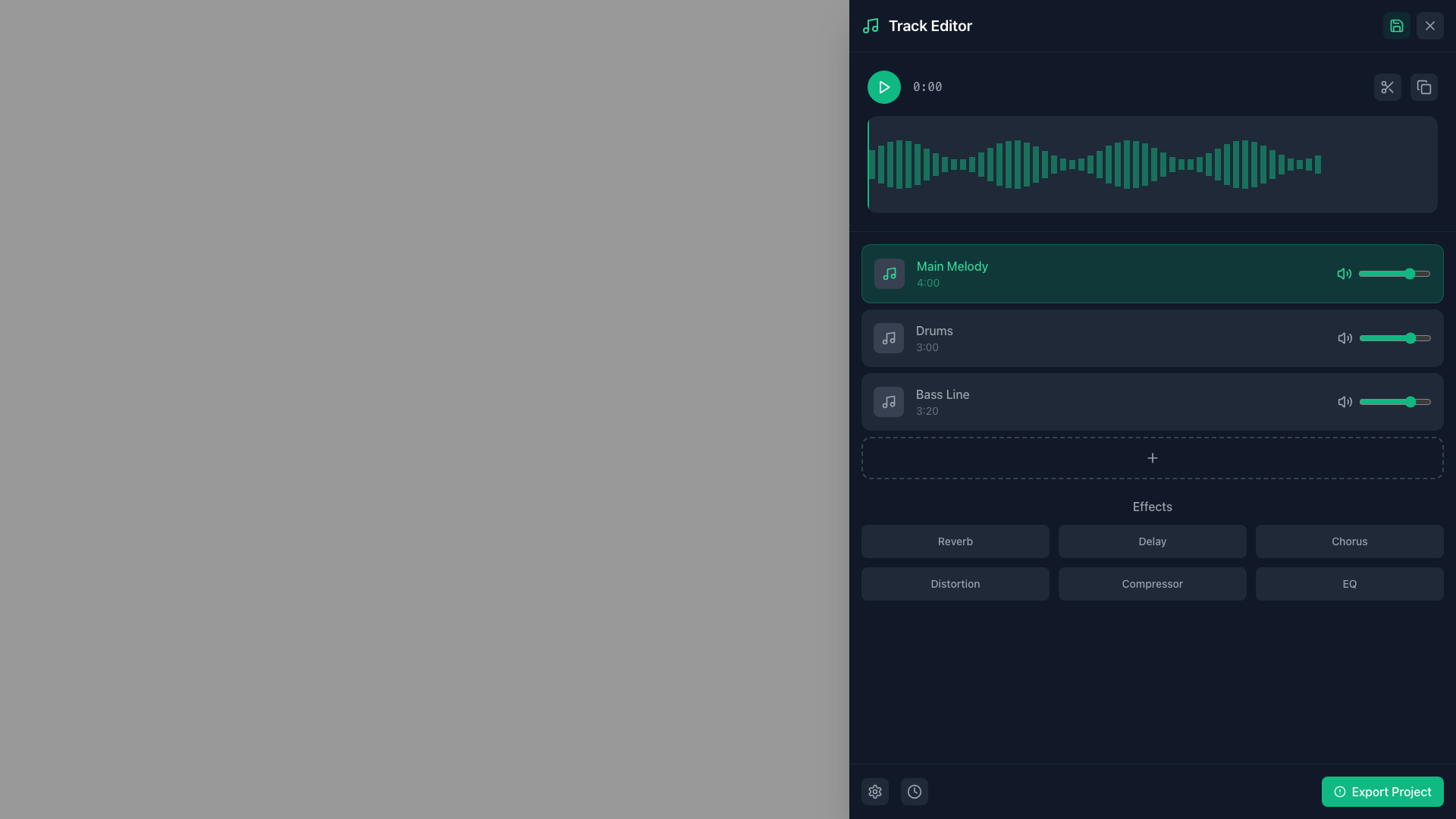 The image size is (1456, 819). What do you see at coordinates (1207, 164) in the screenshot?
I see `the translucent green graphical bar indicator located towards the right in the waveform display to highlight a specific position` at bounding box center [1207, 164].